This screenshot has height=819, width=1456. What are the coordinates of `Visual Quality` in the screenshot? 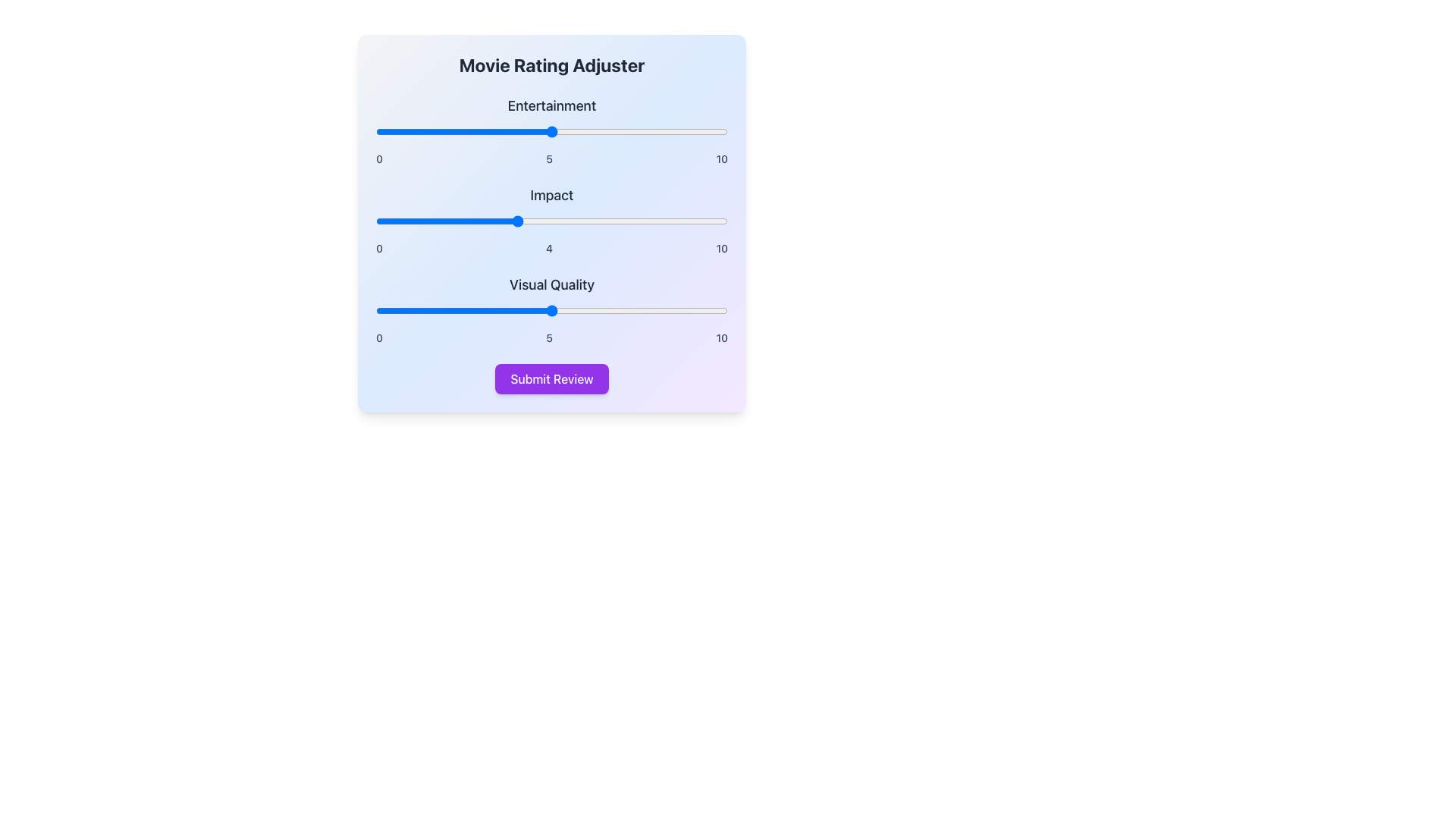 It's located at (445, 309).